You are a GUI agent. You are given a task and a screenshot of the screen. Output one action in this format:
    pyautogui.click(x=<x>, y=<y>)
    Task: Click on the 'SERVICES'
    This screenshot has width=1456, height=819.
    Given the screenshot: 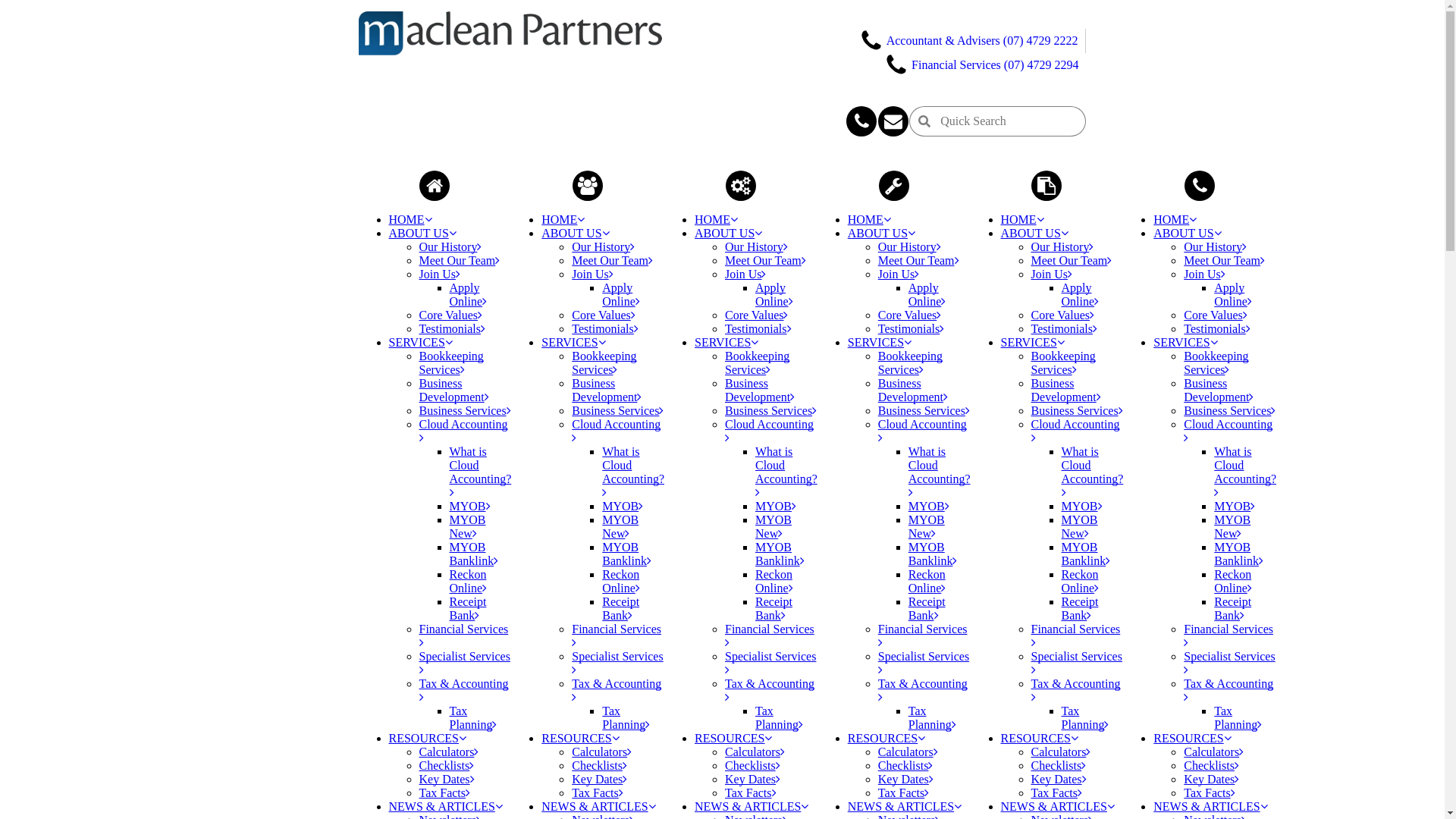 What is the action you would take?
    pyautogui.click(x=726, y=342)
    